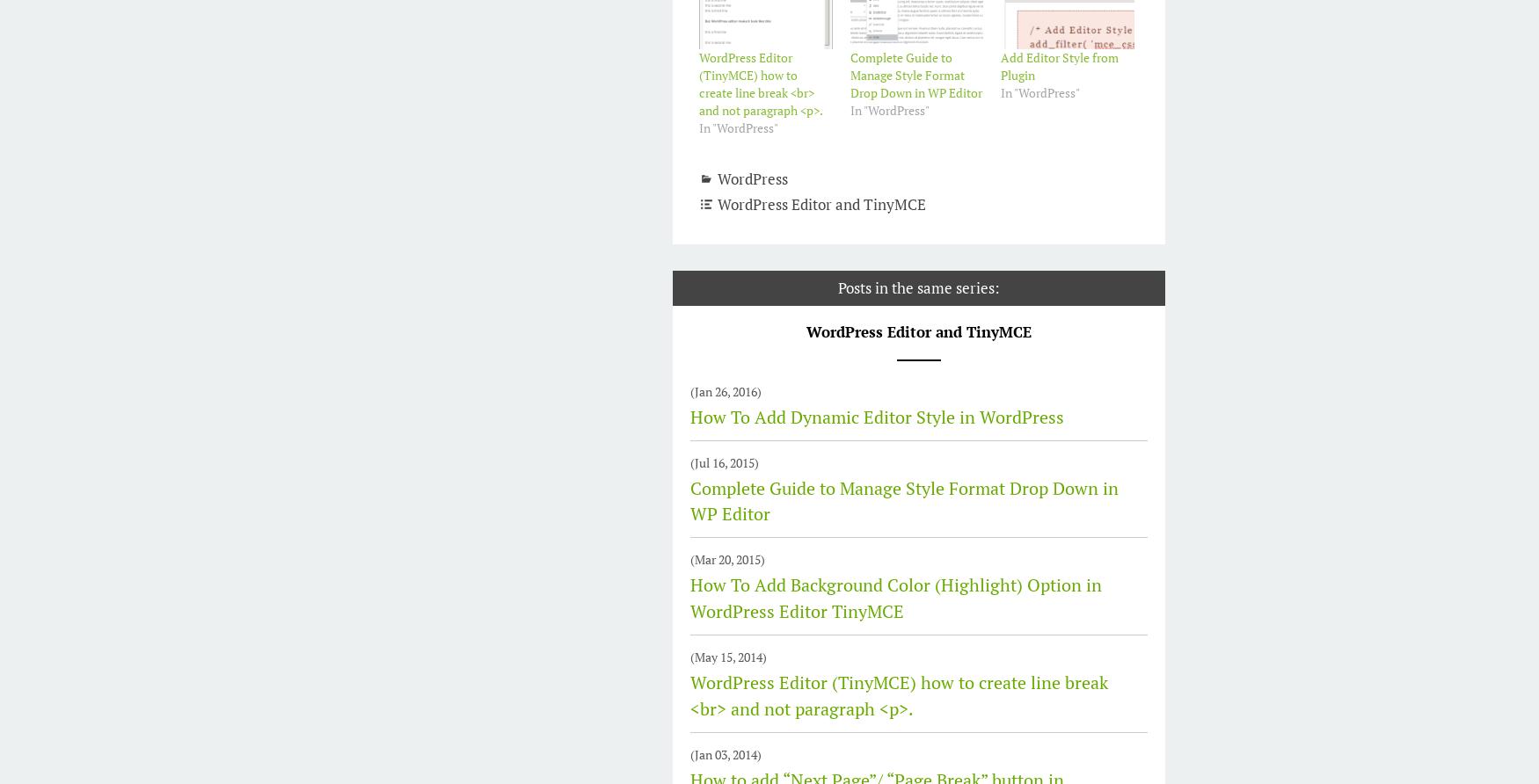 The height and width of the screenshot is (784, 1539). I want to click on '(Mar 20, 2015)', so click(689, 558).